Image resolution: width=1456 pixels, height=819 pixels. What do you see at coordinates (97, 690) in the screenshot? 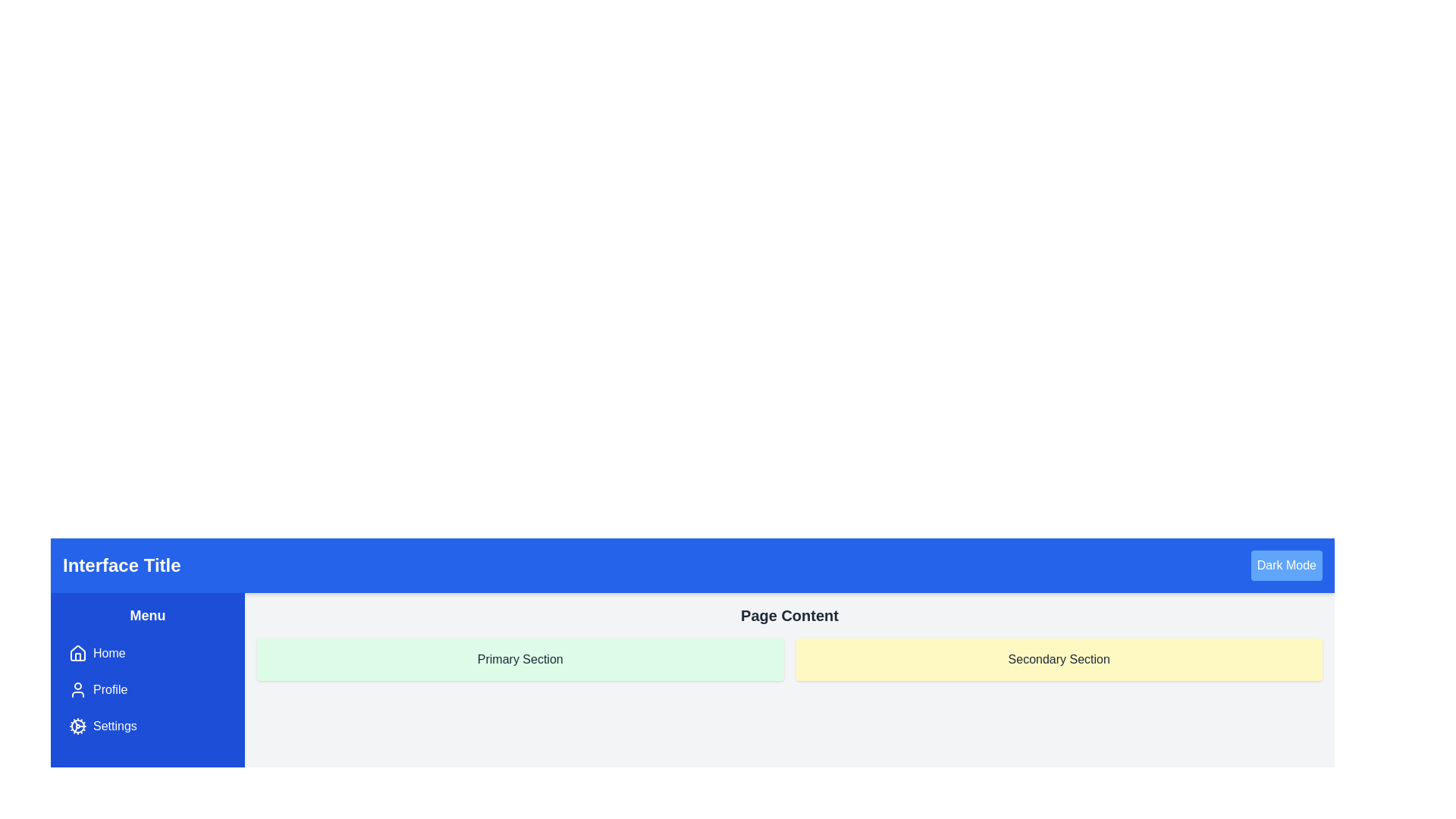
I see `the 'Profile' button` at bounding box center [97, 690].